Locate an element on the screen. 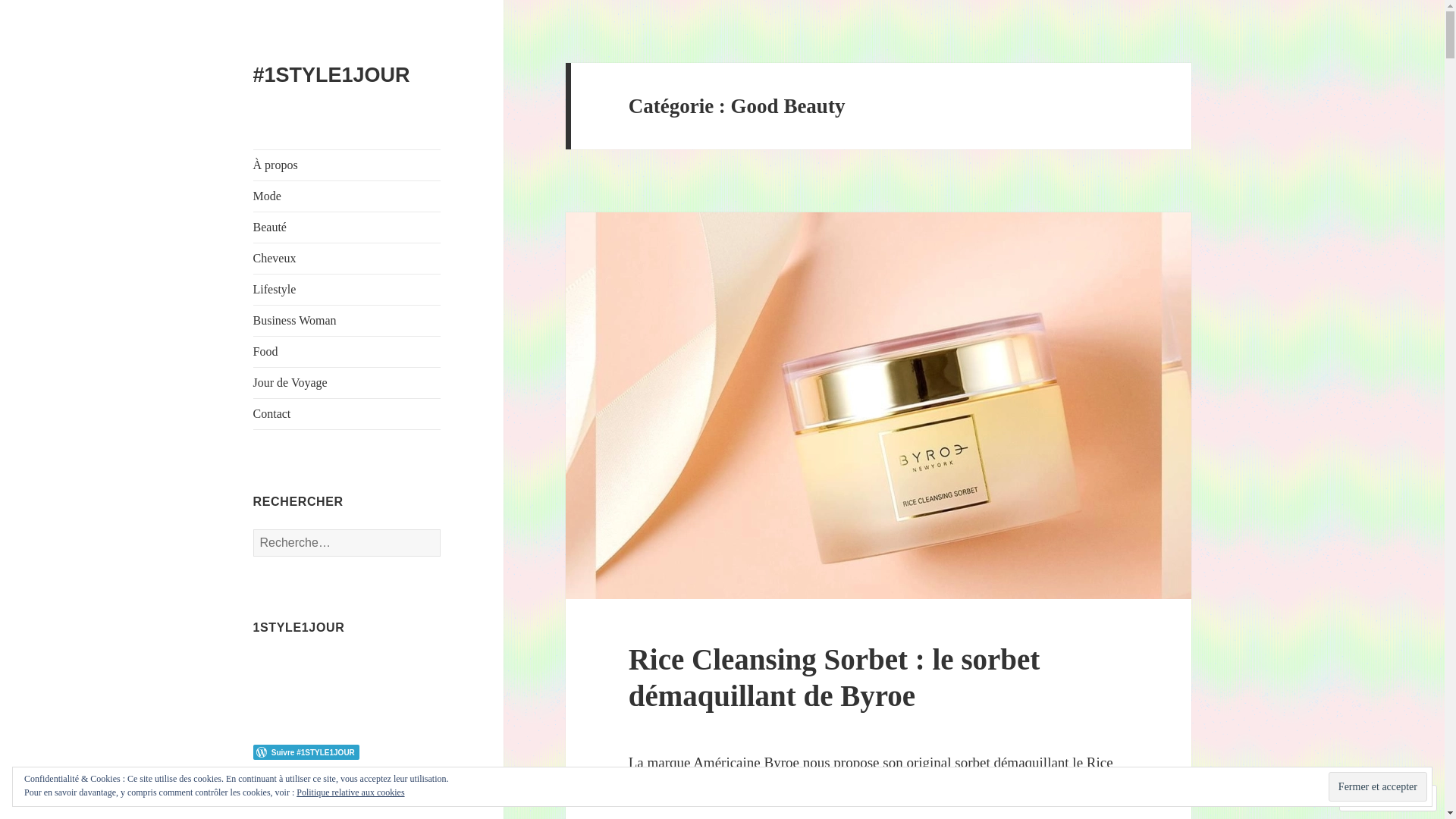 This screenshot has height=819, width=1456. 'Suivre' is located at coordinates (1344, 797).